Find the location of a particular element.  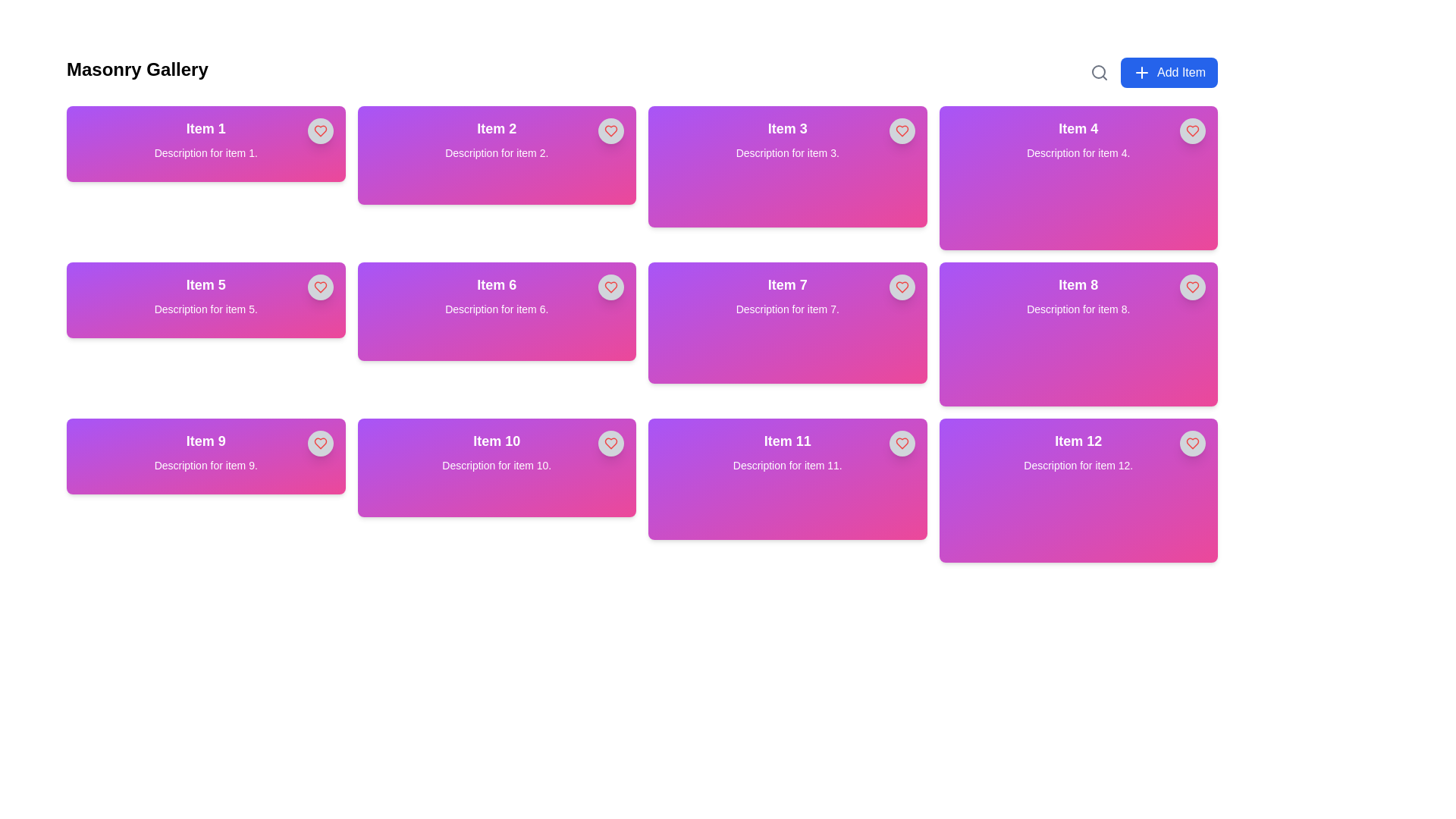

the circular component of the magnifying glass icon, which signifies search functionality in the interface is located at coordinates (1099, 72).